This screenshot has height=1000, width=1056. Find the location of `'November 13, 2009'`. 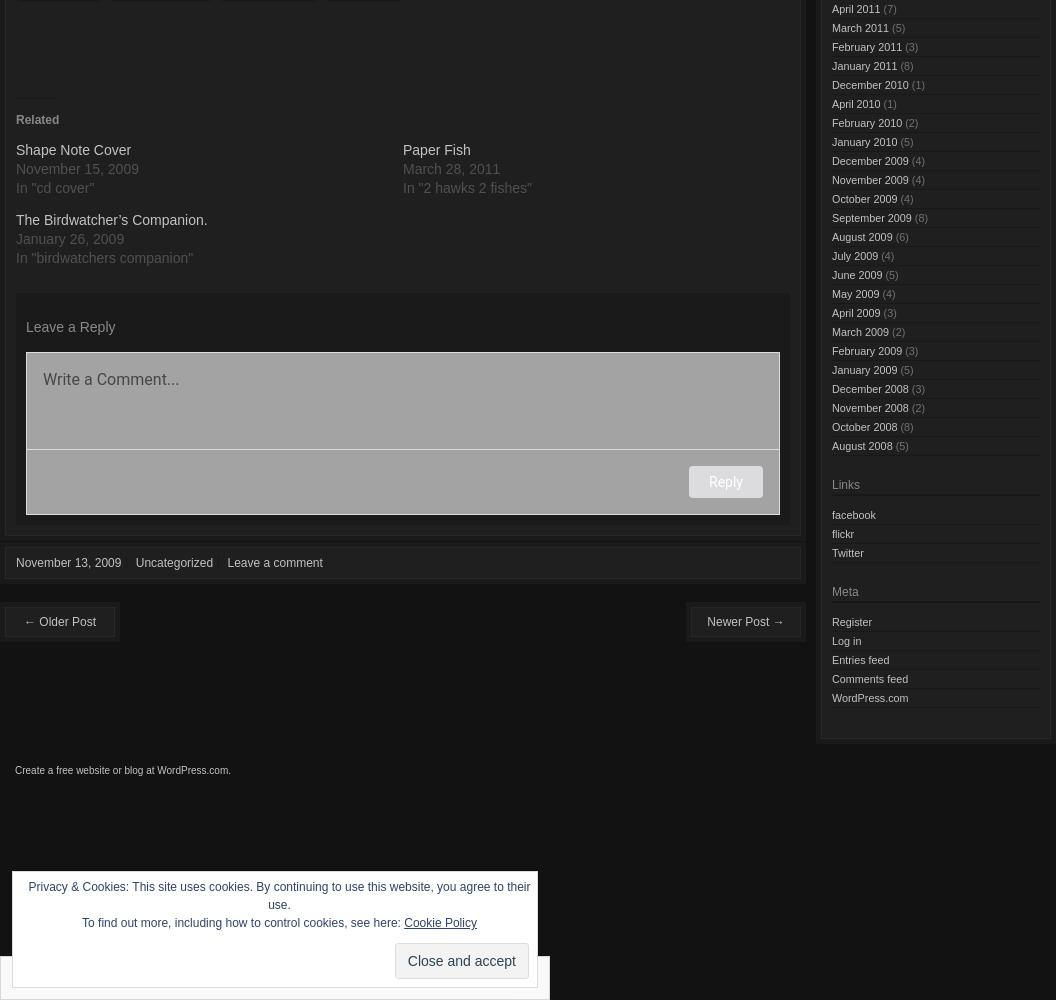

'November 13, 2009' is located at coordinates (16, 562).